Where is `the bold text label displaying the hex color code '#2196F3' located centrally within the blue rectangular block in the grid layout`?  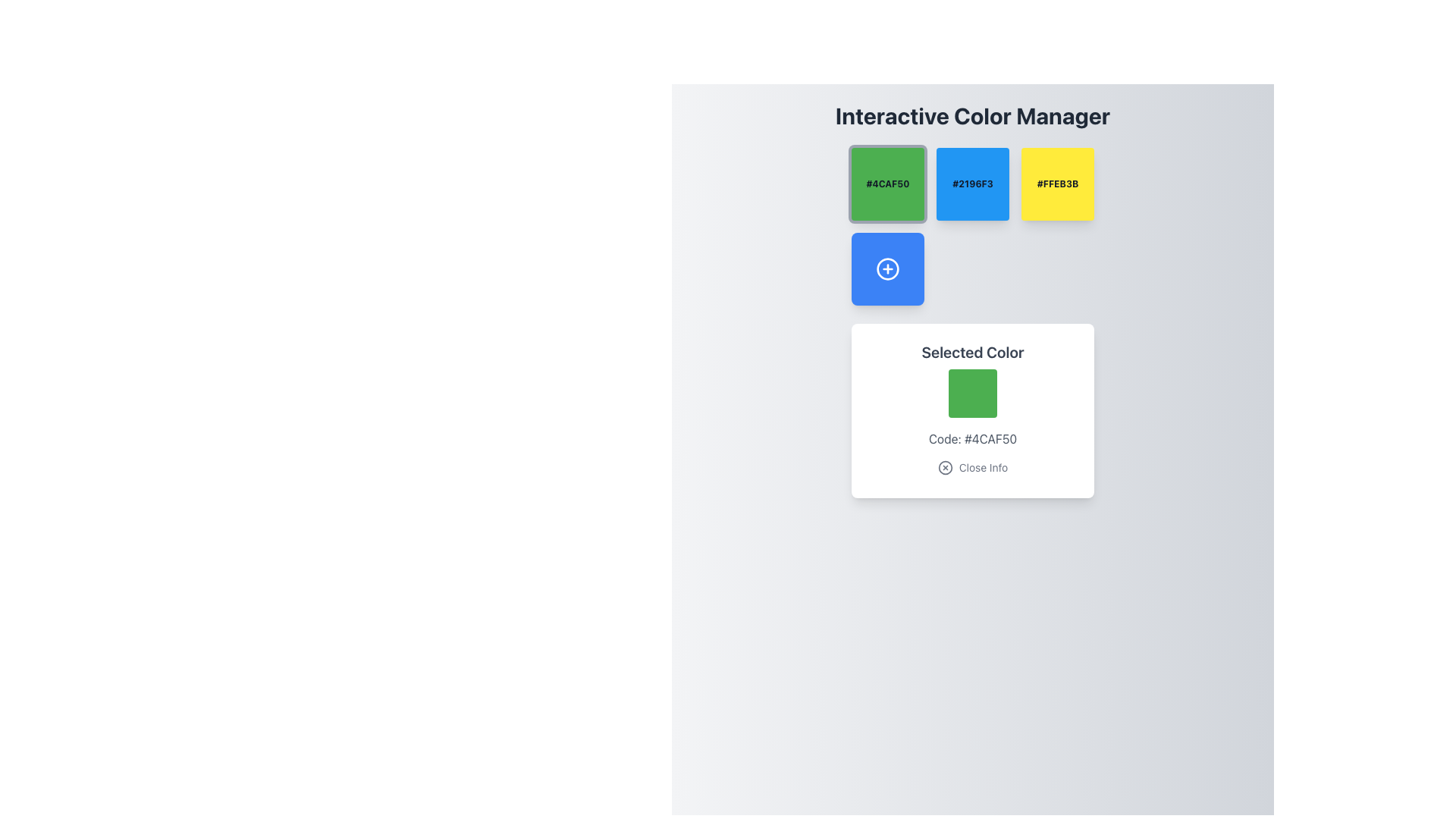
the bold text label displaying the hex color code '#2196F3' located centrally within the blue rectangular block in the grid layout is located at coordinates (972, 184).